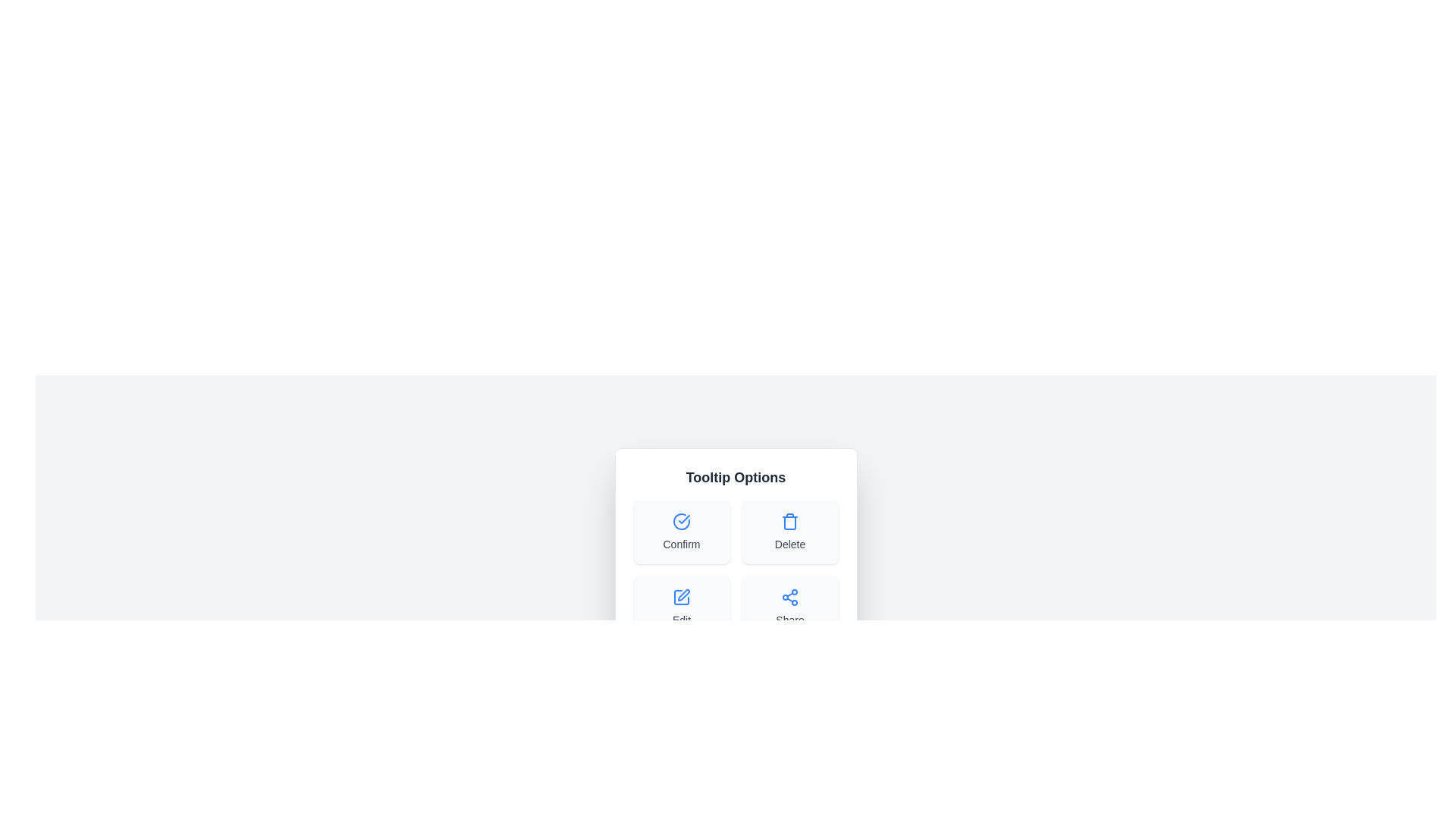  Describe the element at coordinates (789, 532) in the screenshot. I see `the 'Delete' button which has a light gray background and a blue trash can icon above the text` at that location.